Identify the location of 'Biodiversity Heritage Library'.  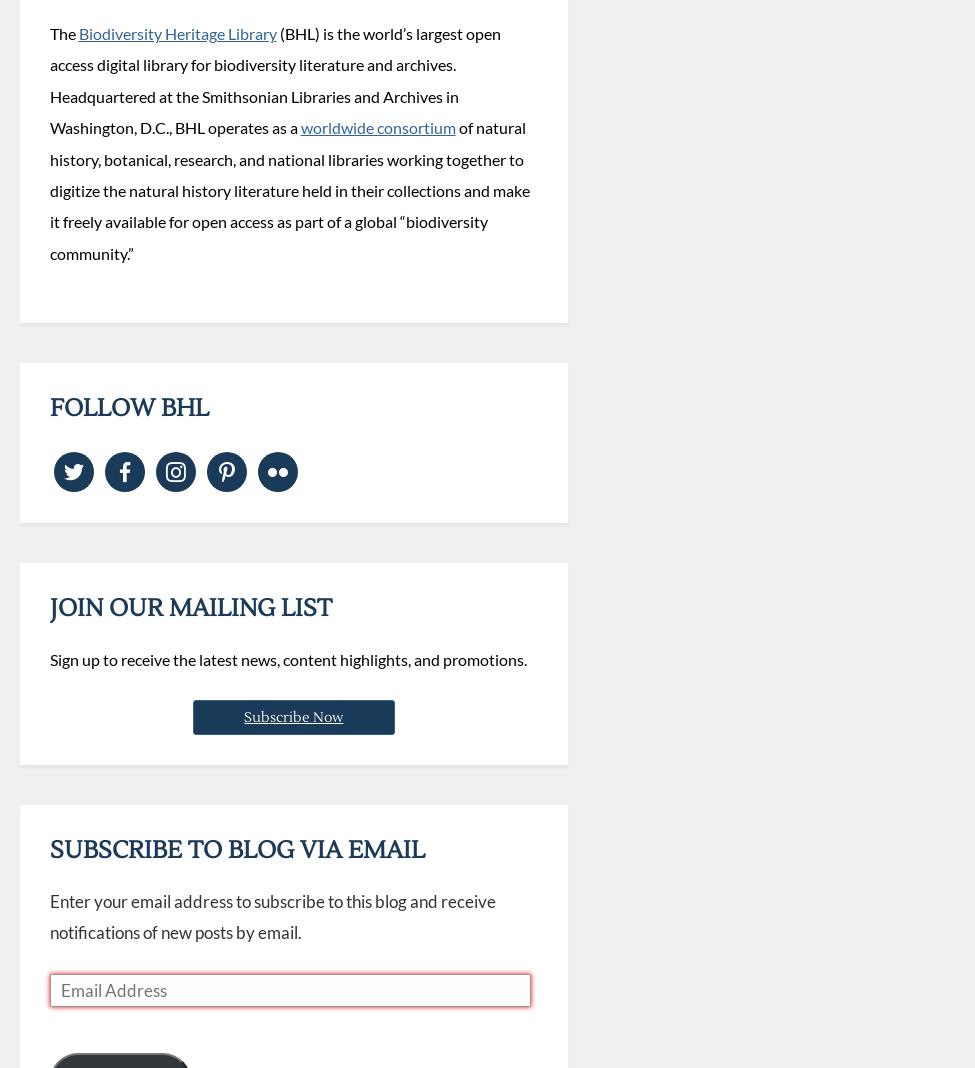
(175, 31).